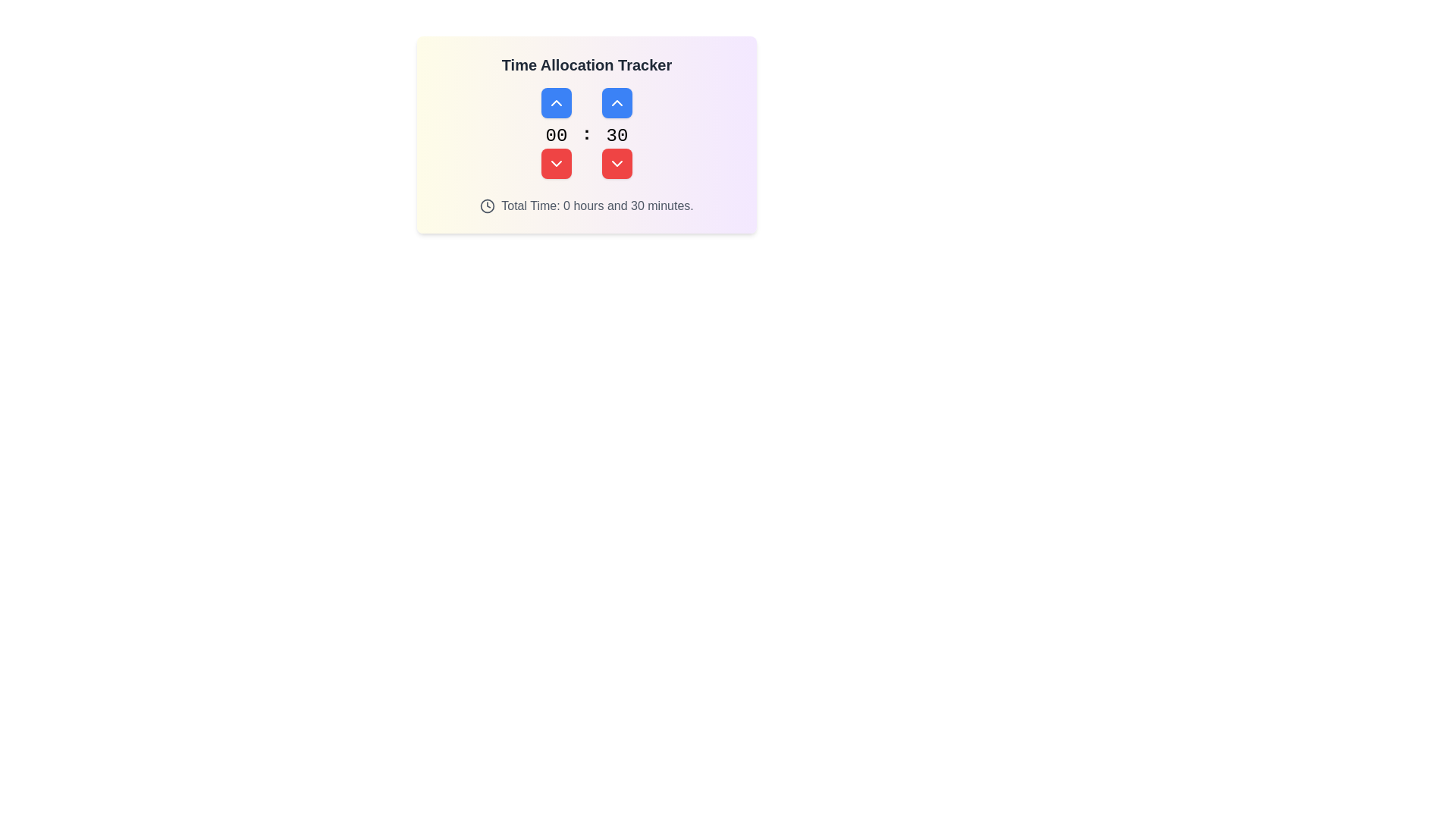 Image resolution: width=1456 pixels, height=819 pixels. What do you see at coordinates (556, 164) in the screenshot?
I see `the chevron-down icon located within the red button at the bottom-left of the main interactive area to decrement the time value` at bounding box center [556, 164].